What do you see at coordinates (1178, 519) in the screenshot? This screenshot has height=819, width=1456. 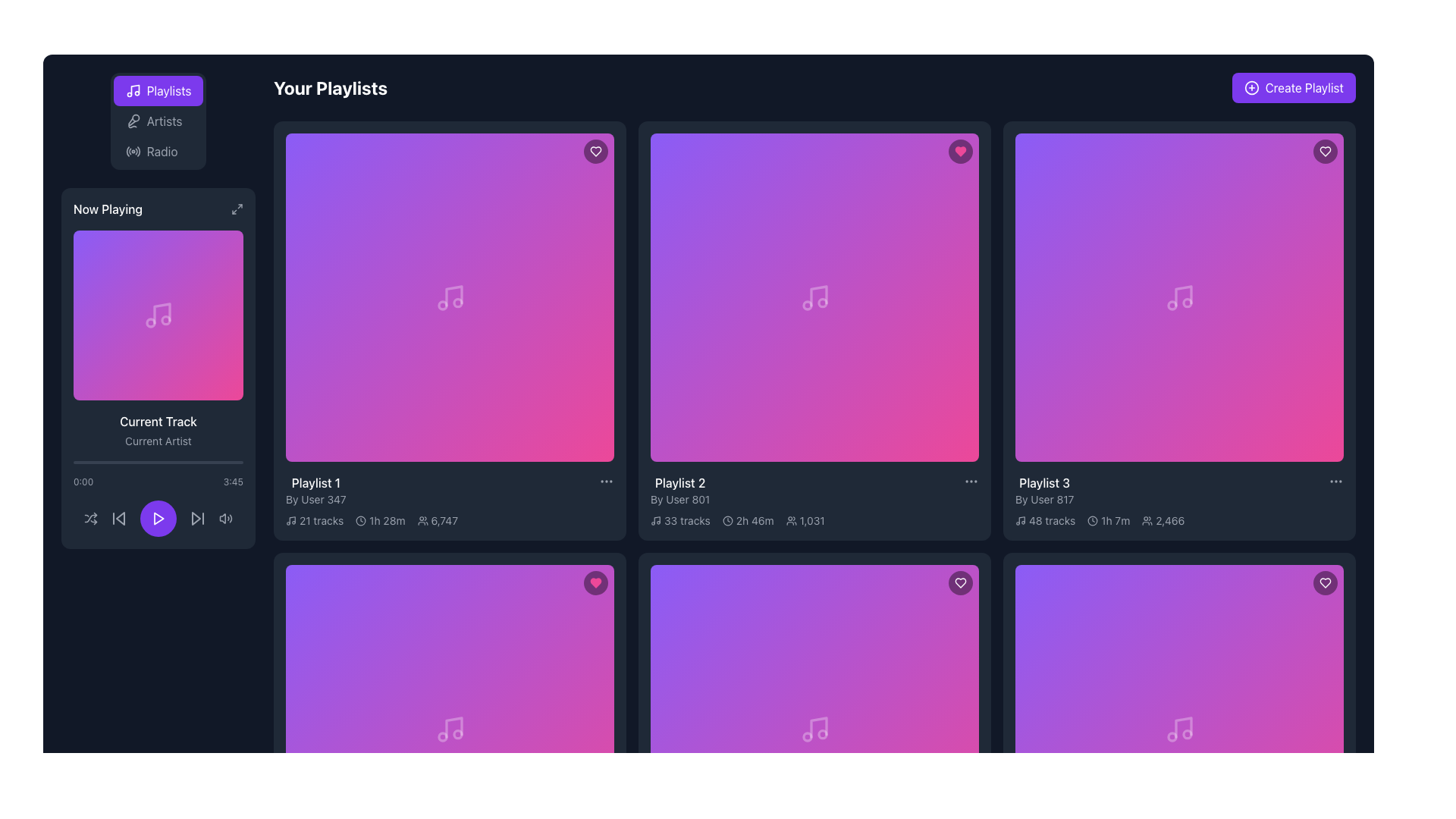 I see `information displayed in the composite informational label located at the lower end of the 'Playlist 3' card by 'User 817', which includes metadata about the number of tracks, total duration, and listeners or followers` at bounding box center [1178, 519].